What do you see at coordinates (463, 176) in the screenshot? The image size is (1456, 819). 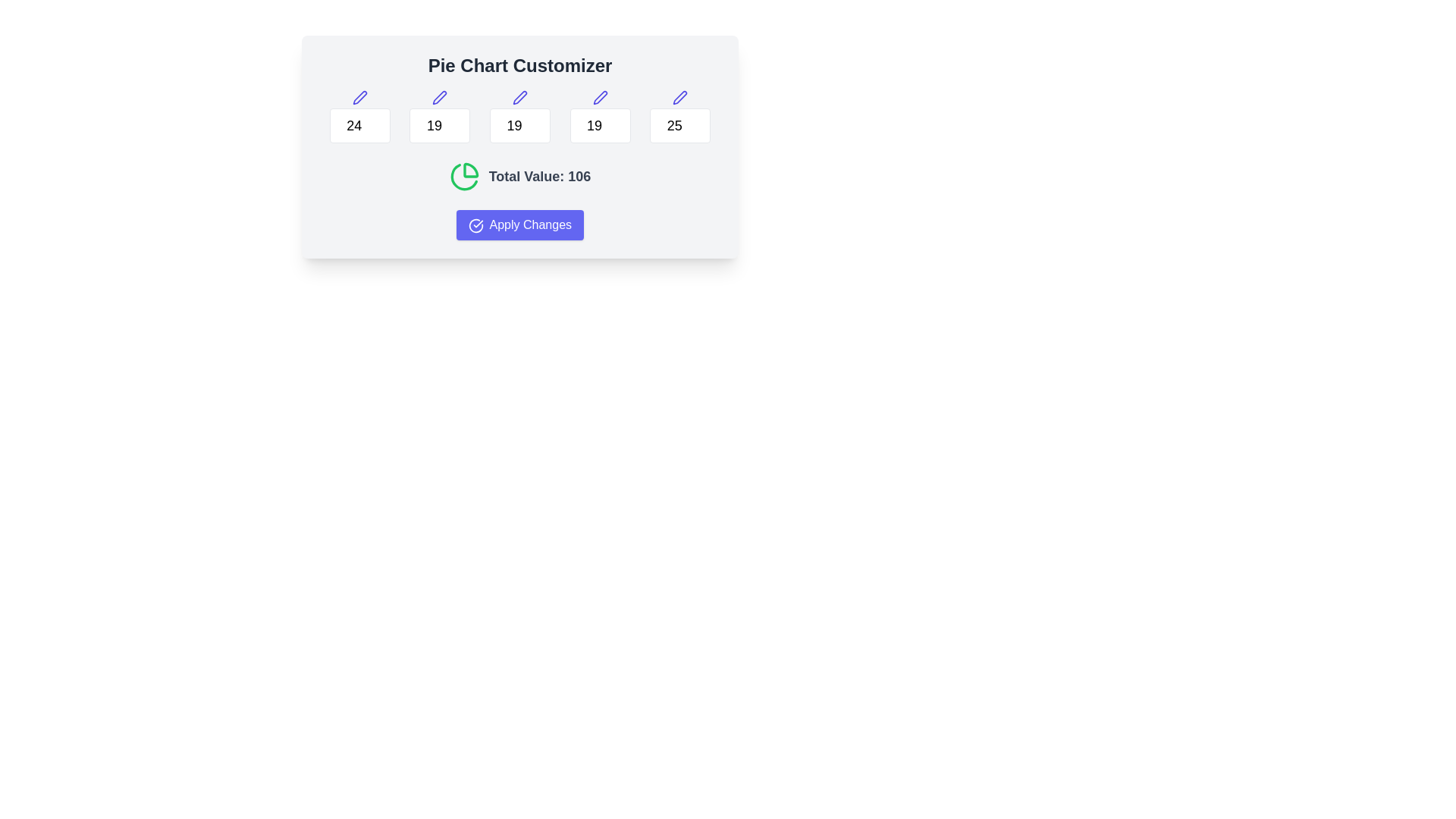 I see `the pie chart segment located in the bottom-right portion of the graphical pie chart icon, which is near the label 'Total Value: 106' and above the button labeled 'Apply Changes'` at bounding box center [463, 176].